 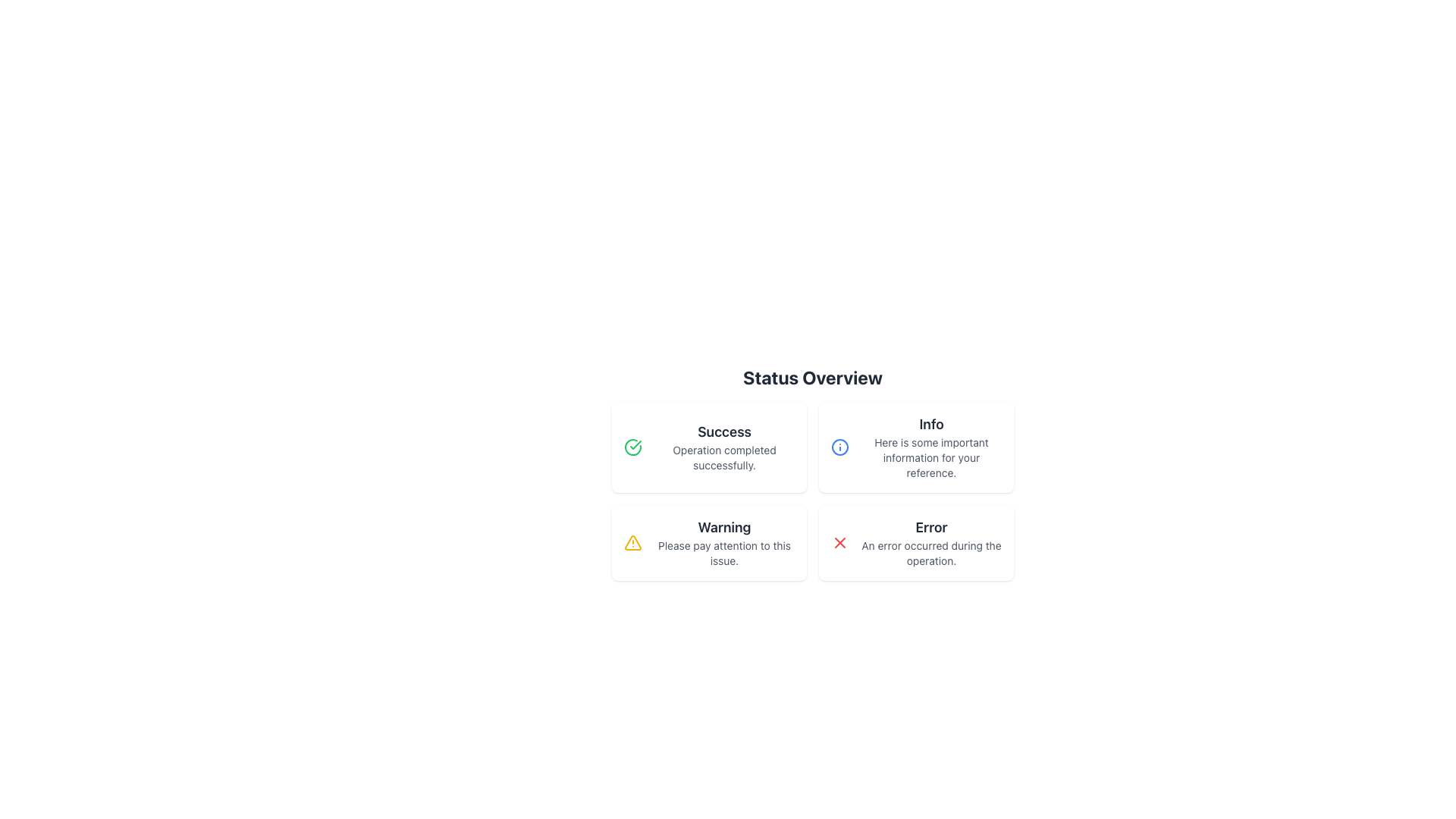 What do you see at coordinates (930, 526) in the screenshot?
I see `the text label displaying 'Error' in bold, larger font size located in the 'Error' section of the Status Overview layout, specifically within the fourth card in the bottom-right corner` at bounding box center [930, 526].